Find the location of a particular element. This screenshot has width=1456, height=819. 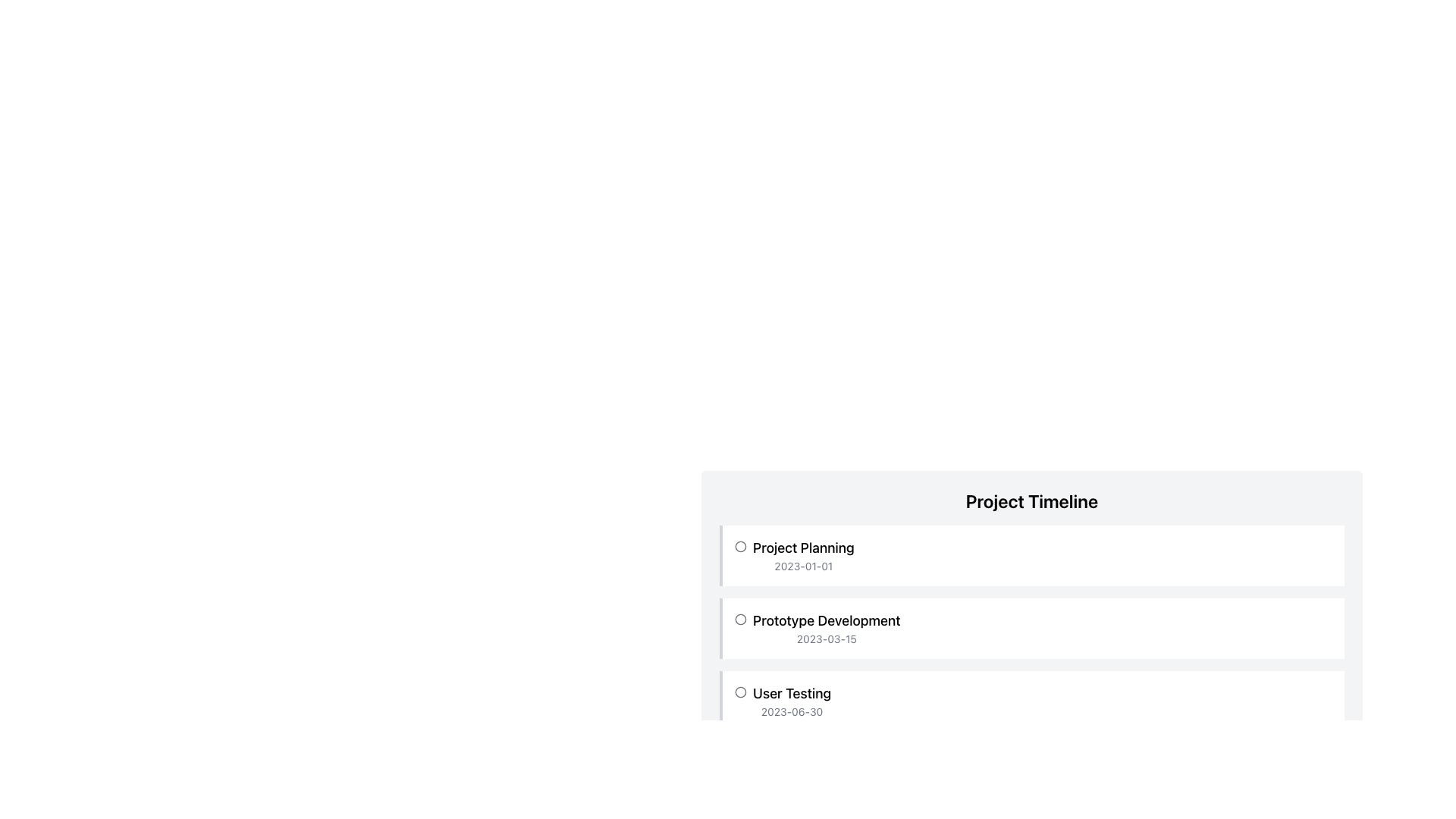

the text label 'Project Planning' located under the heading 'Project Timeline' is located at coordinates (802, 548).